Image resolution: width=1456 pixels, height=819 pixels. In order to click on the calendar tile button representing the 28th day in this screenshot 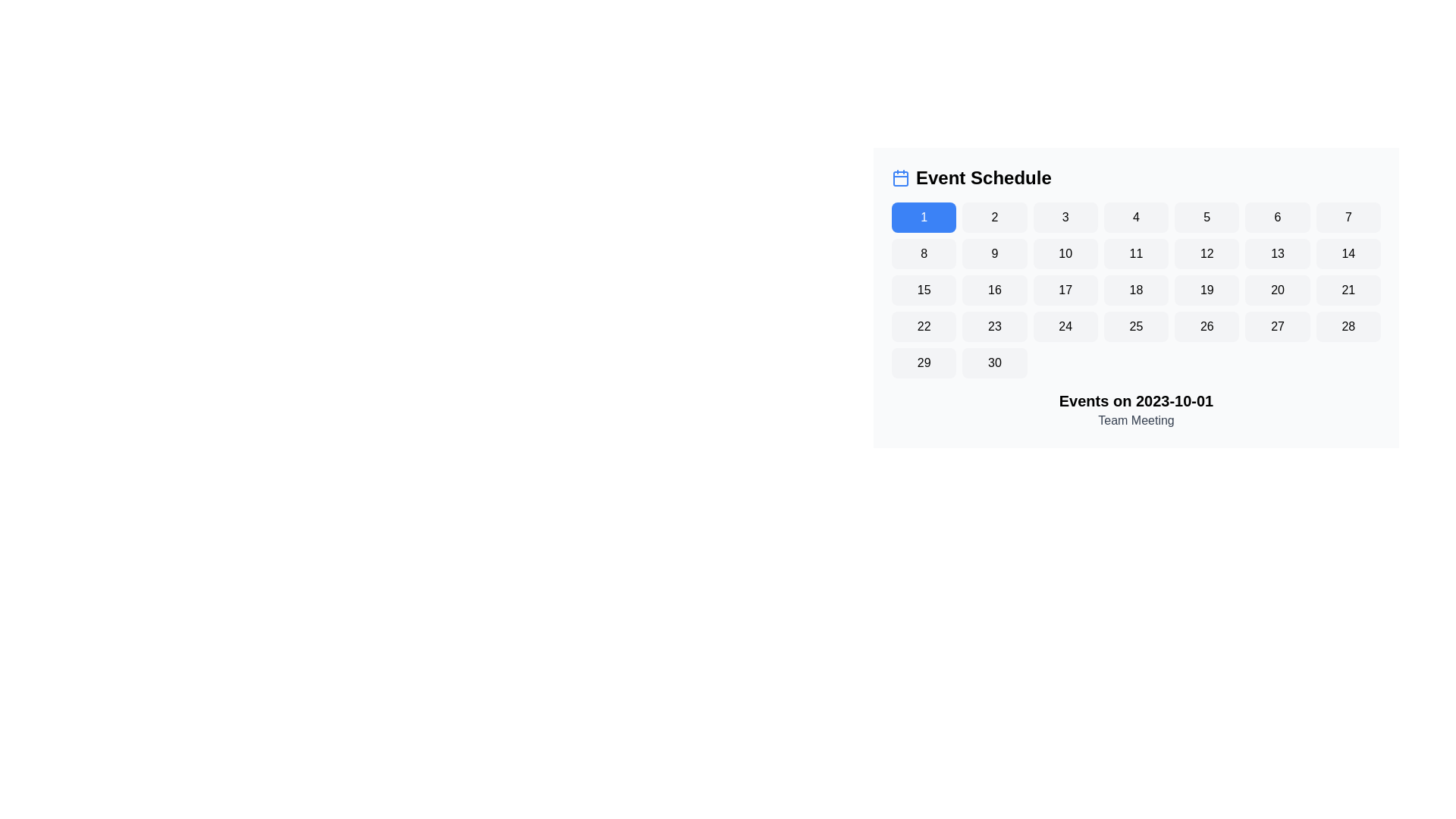, I will do `click(1348, 326)`.